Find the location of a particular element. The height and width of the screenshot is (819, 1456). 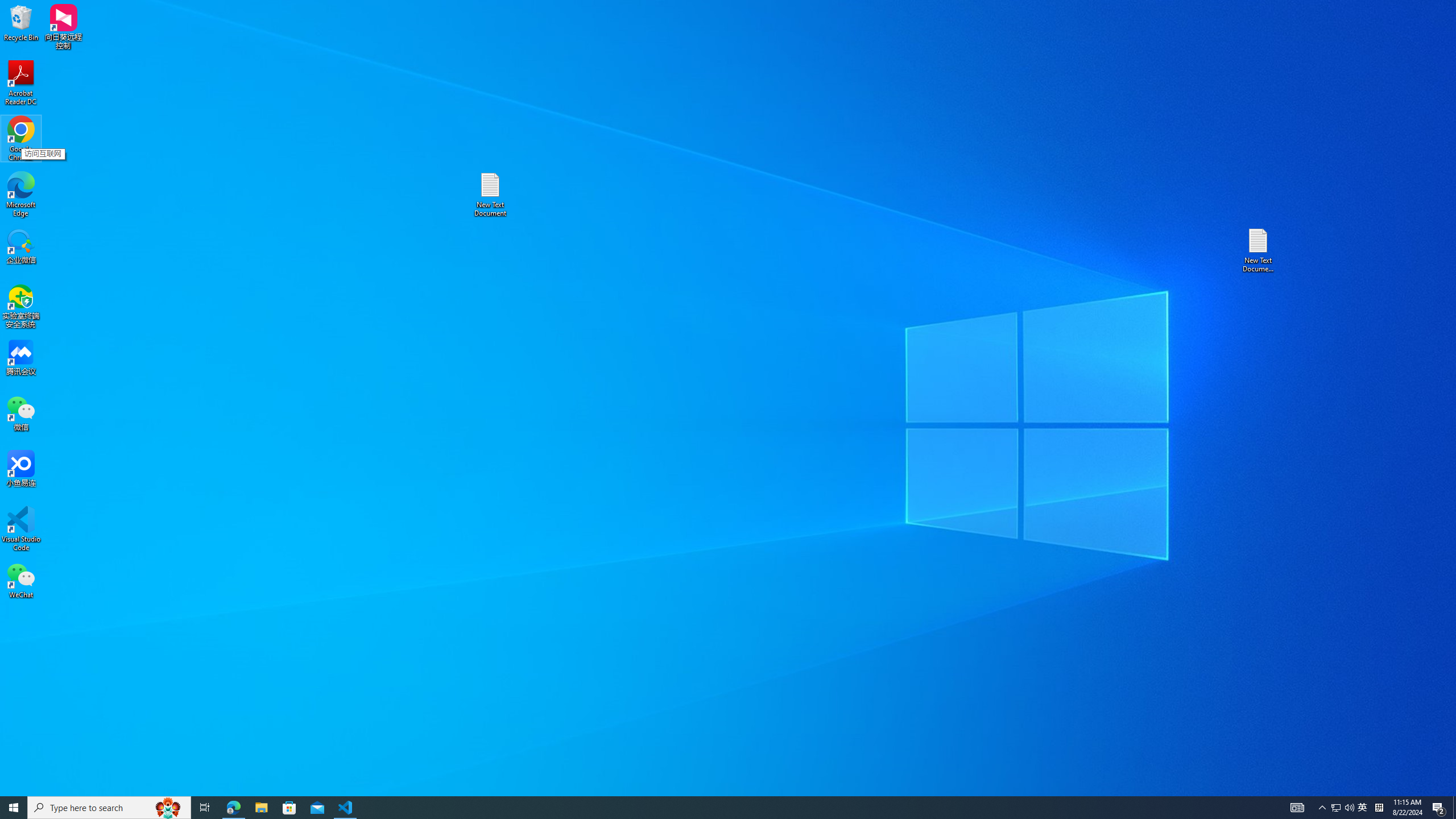

'Visual Studio Code' is located at coordinates (20, 528).